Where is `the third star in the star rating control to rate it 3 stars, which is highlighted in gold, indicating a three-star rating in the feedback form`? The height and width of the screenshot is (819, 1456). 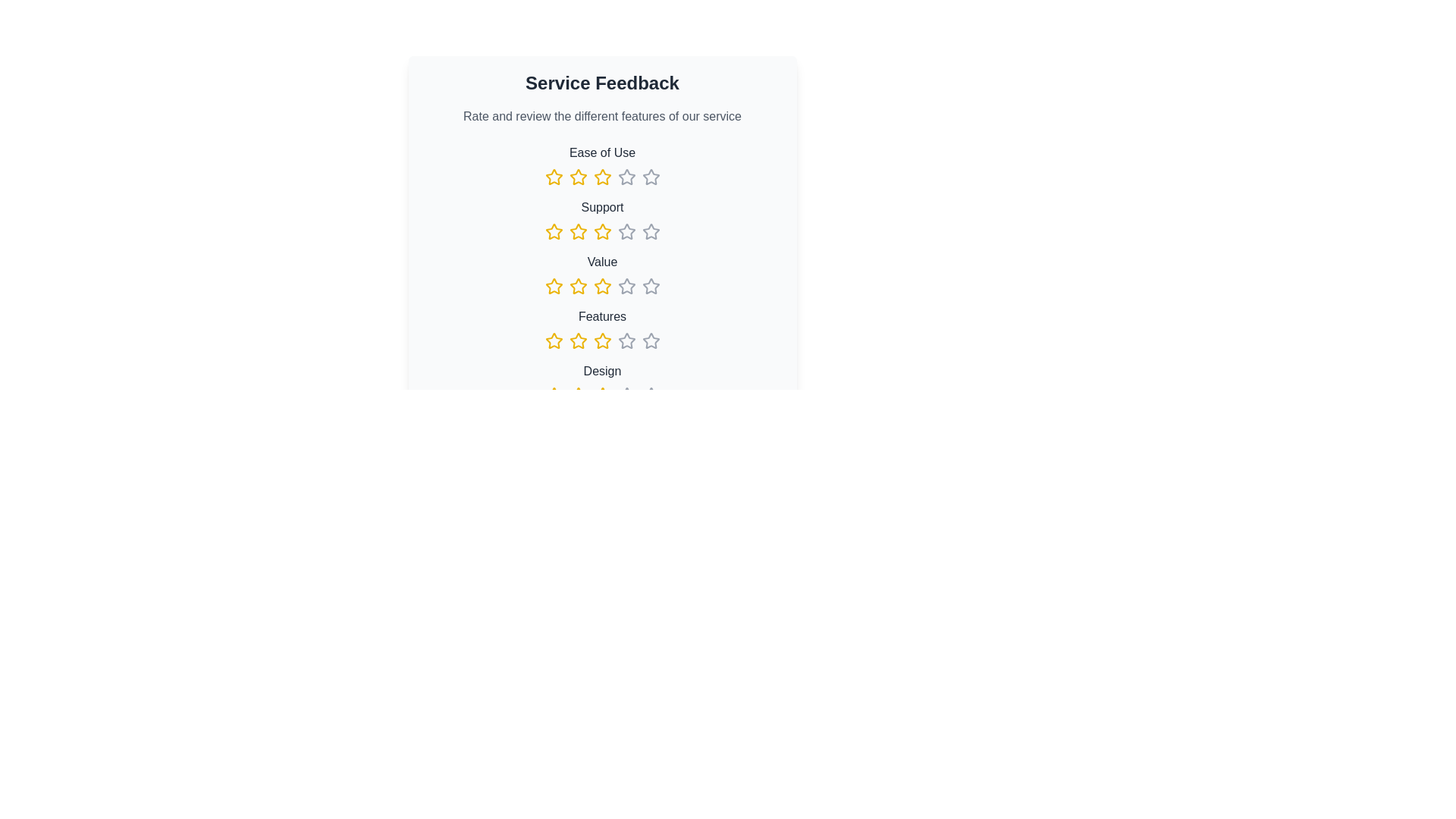
the third star in the star rating control to rate it 3 stars, which is highlighted in gold, indicating a three-star rating in the feedback form is located at coordinates (601, 287).